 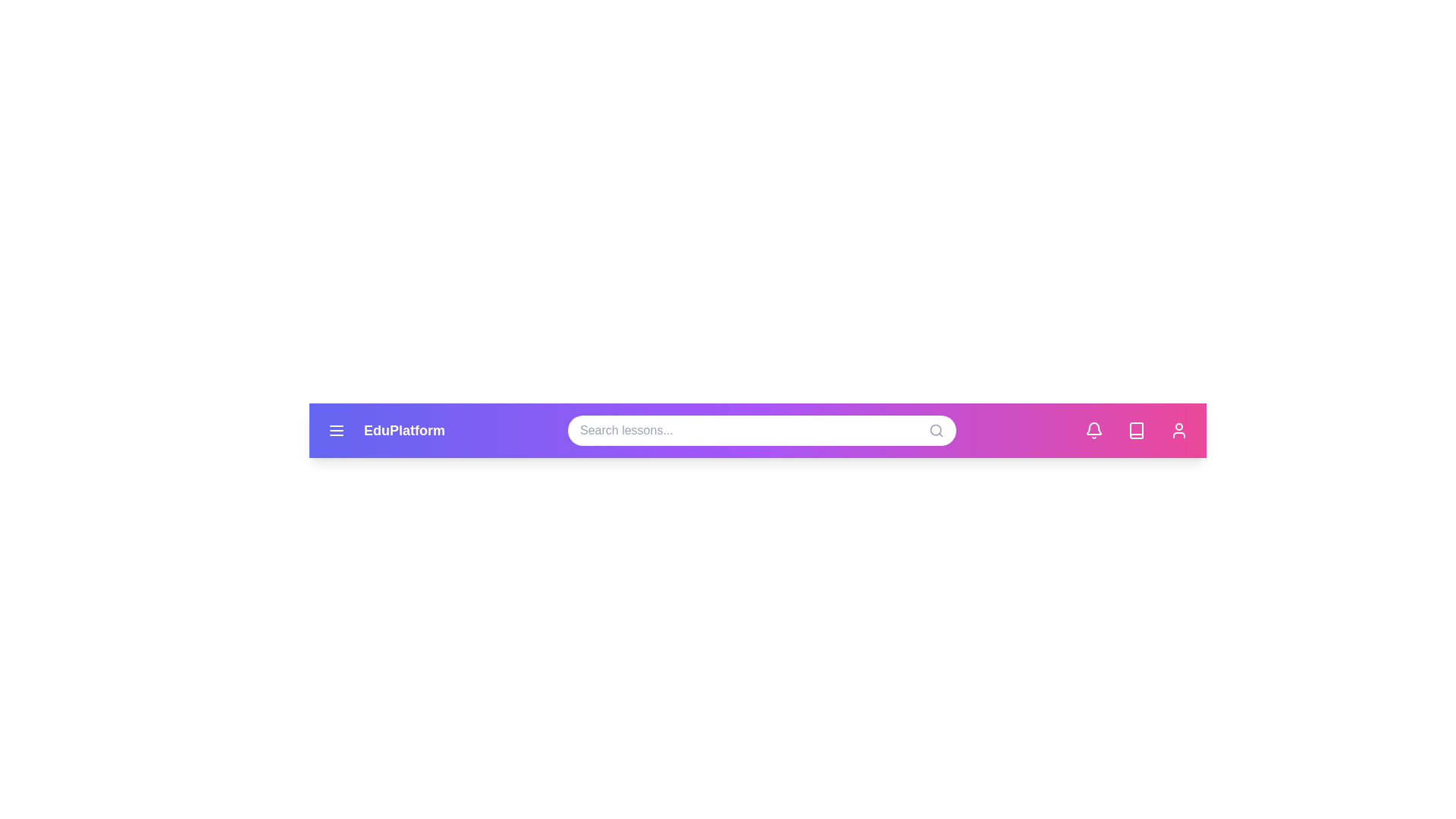 I want to click on the user icon to open the user profile, so click(x=1178, y=430).